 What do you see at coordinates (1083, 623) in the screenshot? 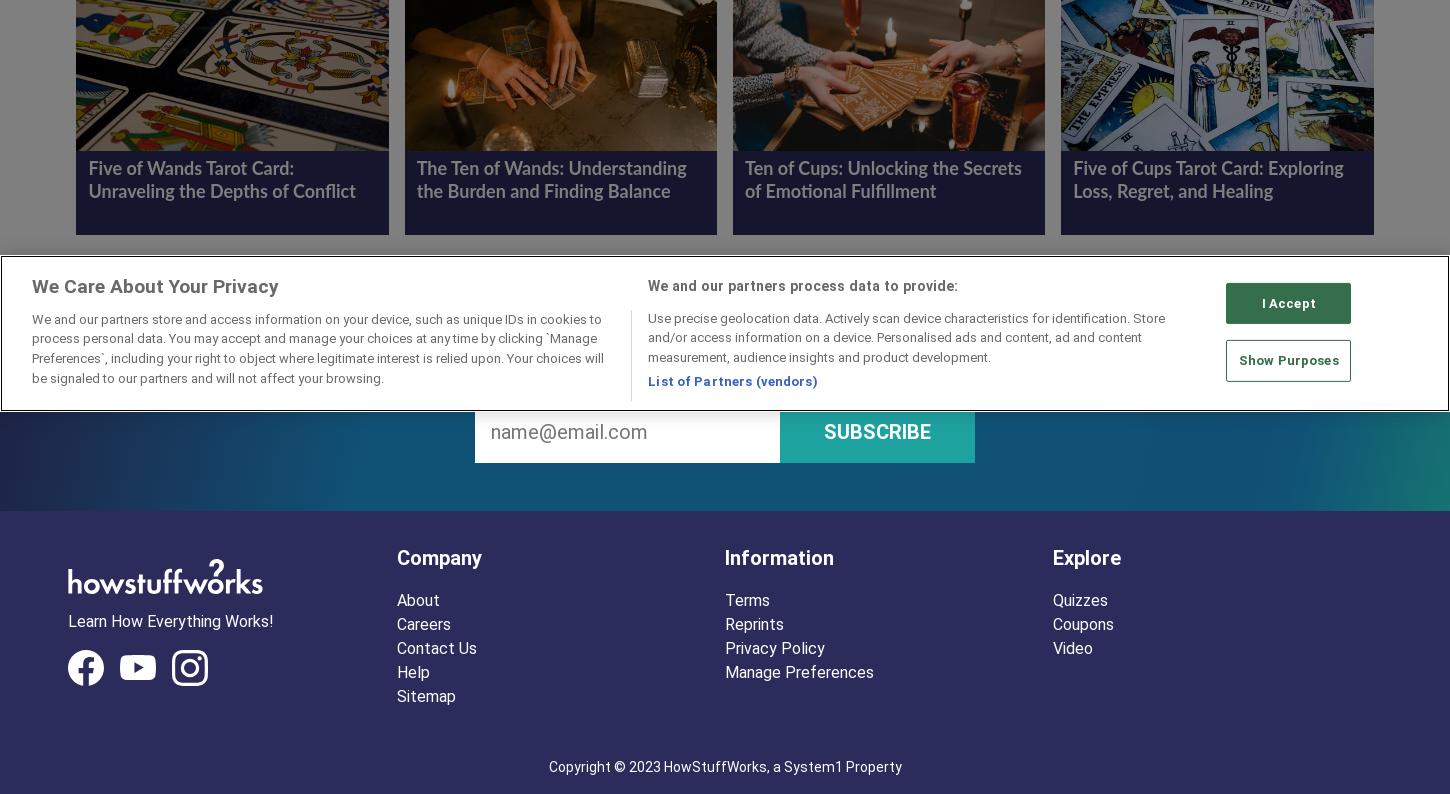
I see `'Coupons'` at bounding box center [1083, 623].